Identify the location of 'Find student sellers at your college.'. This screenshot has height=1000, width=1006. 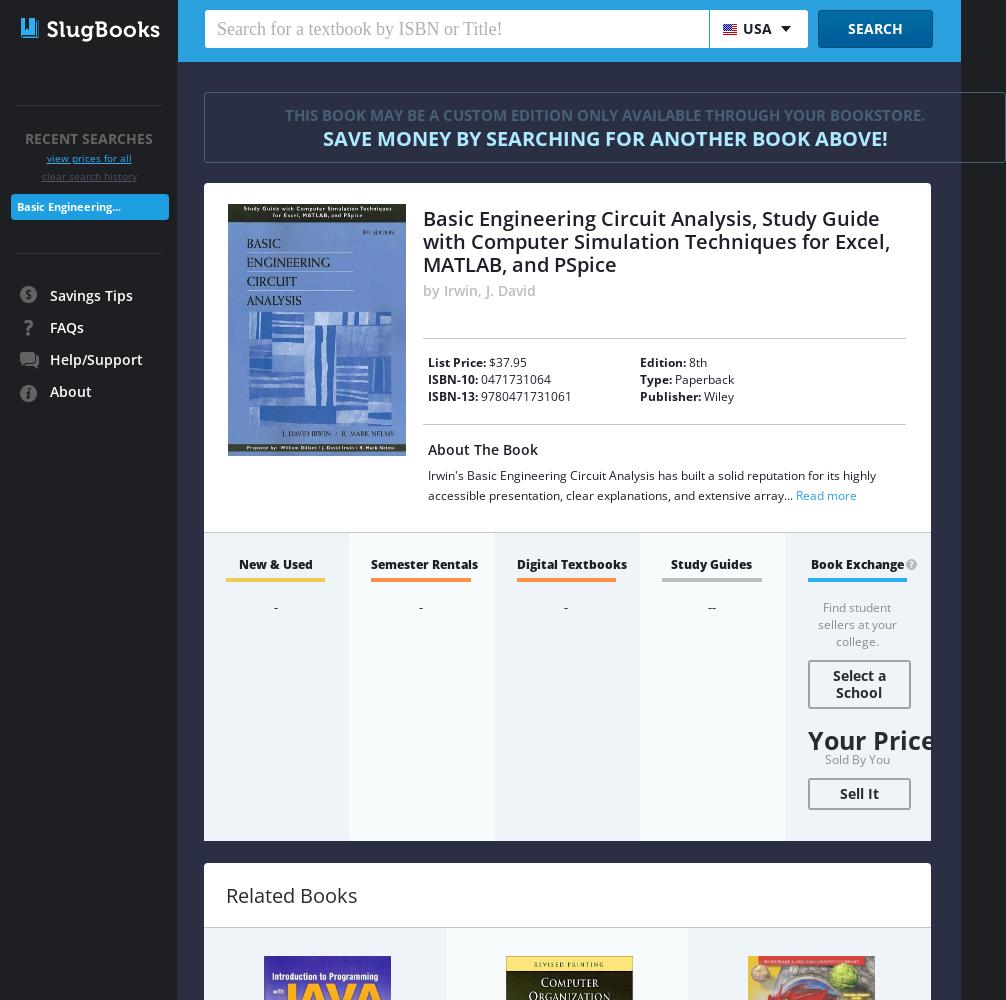
(855, 623).